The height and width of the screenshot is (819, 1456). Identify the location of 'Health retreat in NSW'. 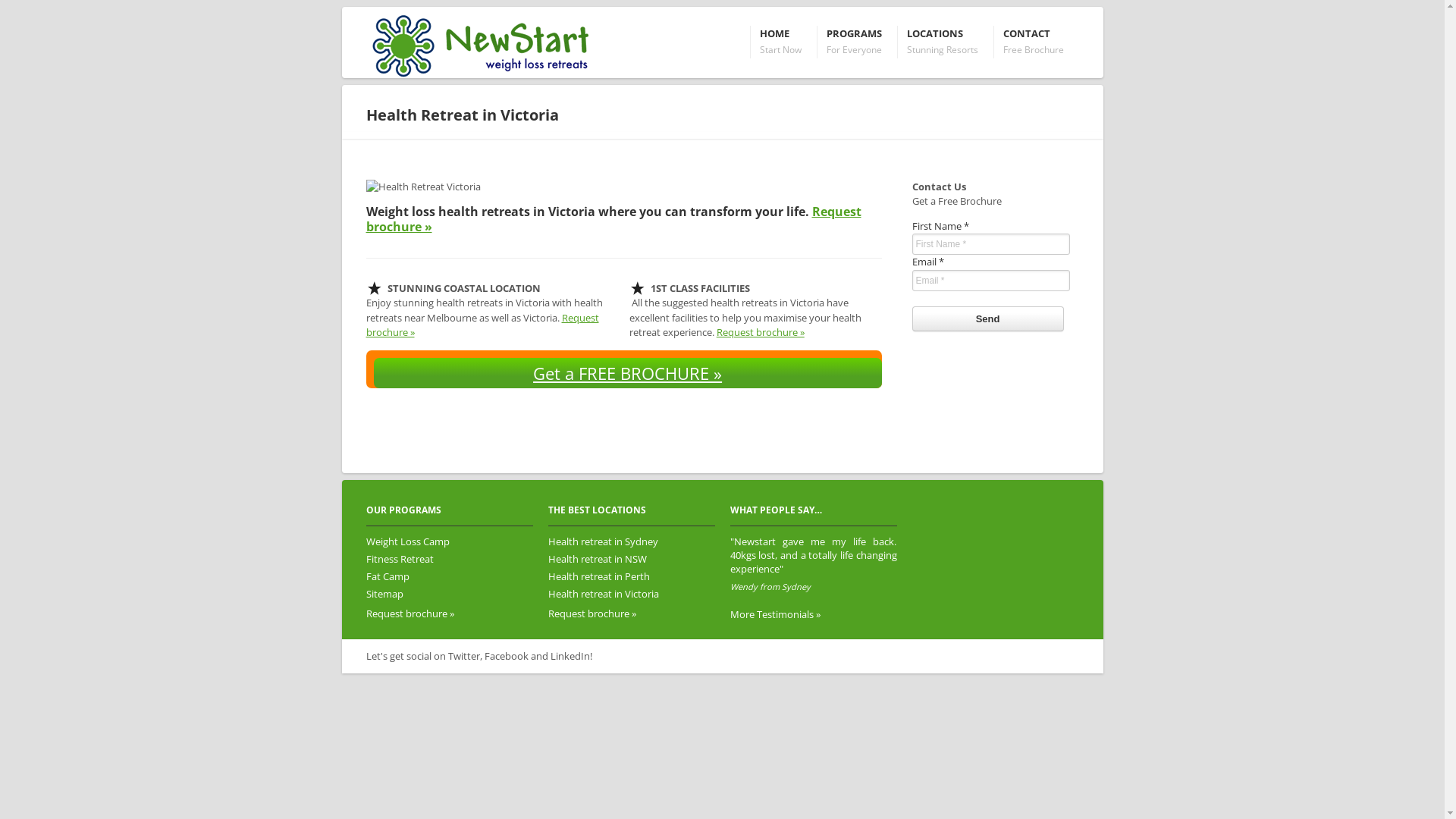
(546, 558).